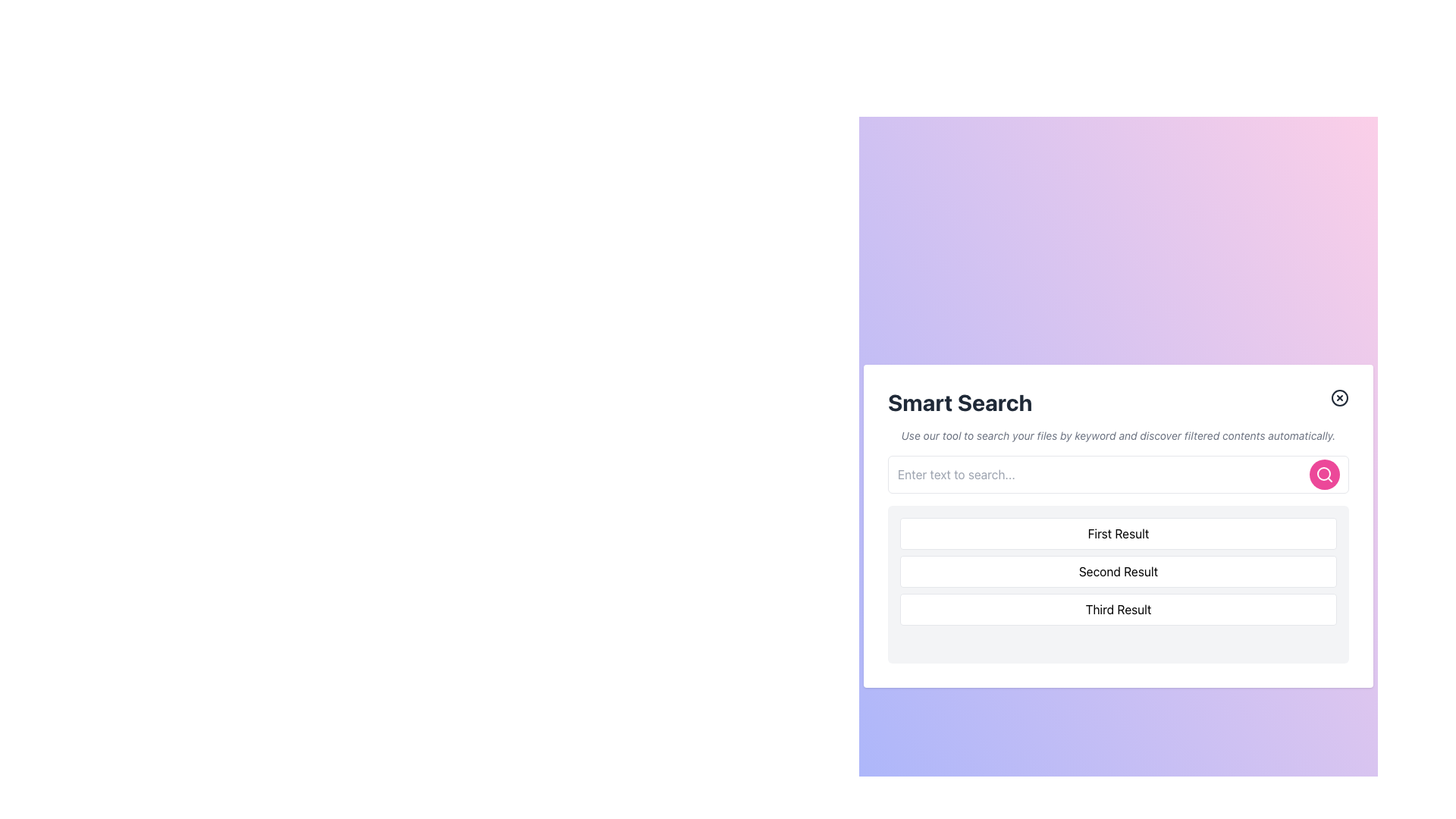 This screenshot has height=819, width=1456. What do you see at coordinates (1118, 571) in the screenshot?
I see `the textual entry box that contains the centered black text 'Second Result'` at bounding box center [1118, 571].